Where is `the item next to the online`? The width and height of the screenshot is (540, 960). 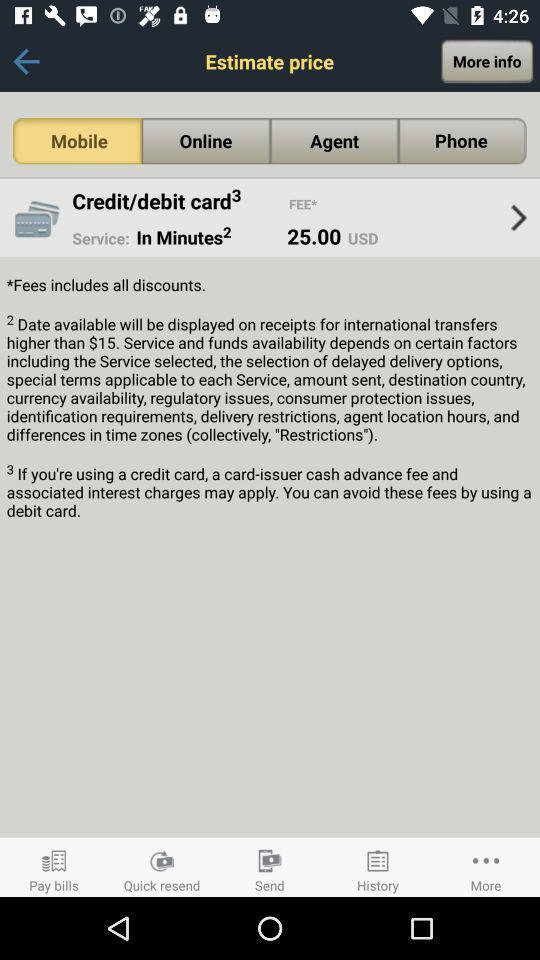
the item next to the online is located at coordinates (76, 140).